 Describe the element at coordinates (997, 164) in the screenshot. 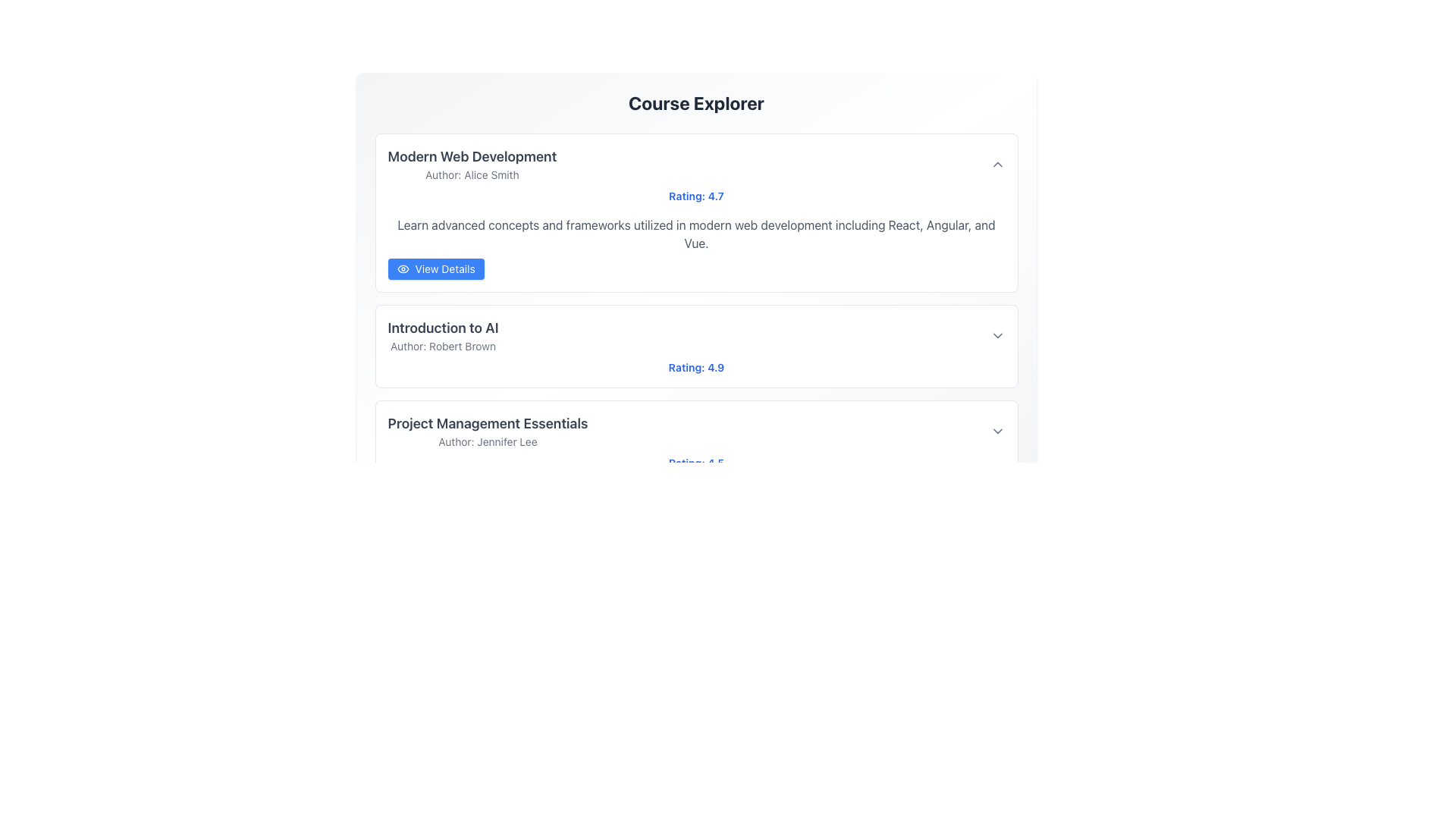

I see `the small upward-facing chevron icon in the header section of the 'Modern Web Development' course by 'Alice Smith'` at that location.